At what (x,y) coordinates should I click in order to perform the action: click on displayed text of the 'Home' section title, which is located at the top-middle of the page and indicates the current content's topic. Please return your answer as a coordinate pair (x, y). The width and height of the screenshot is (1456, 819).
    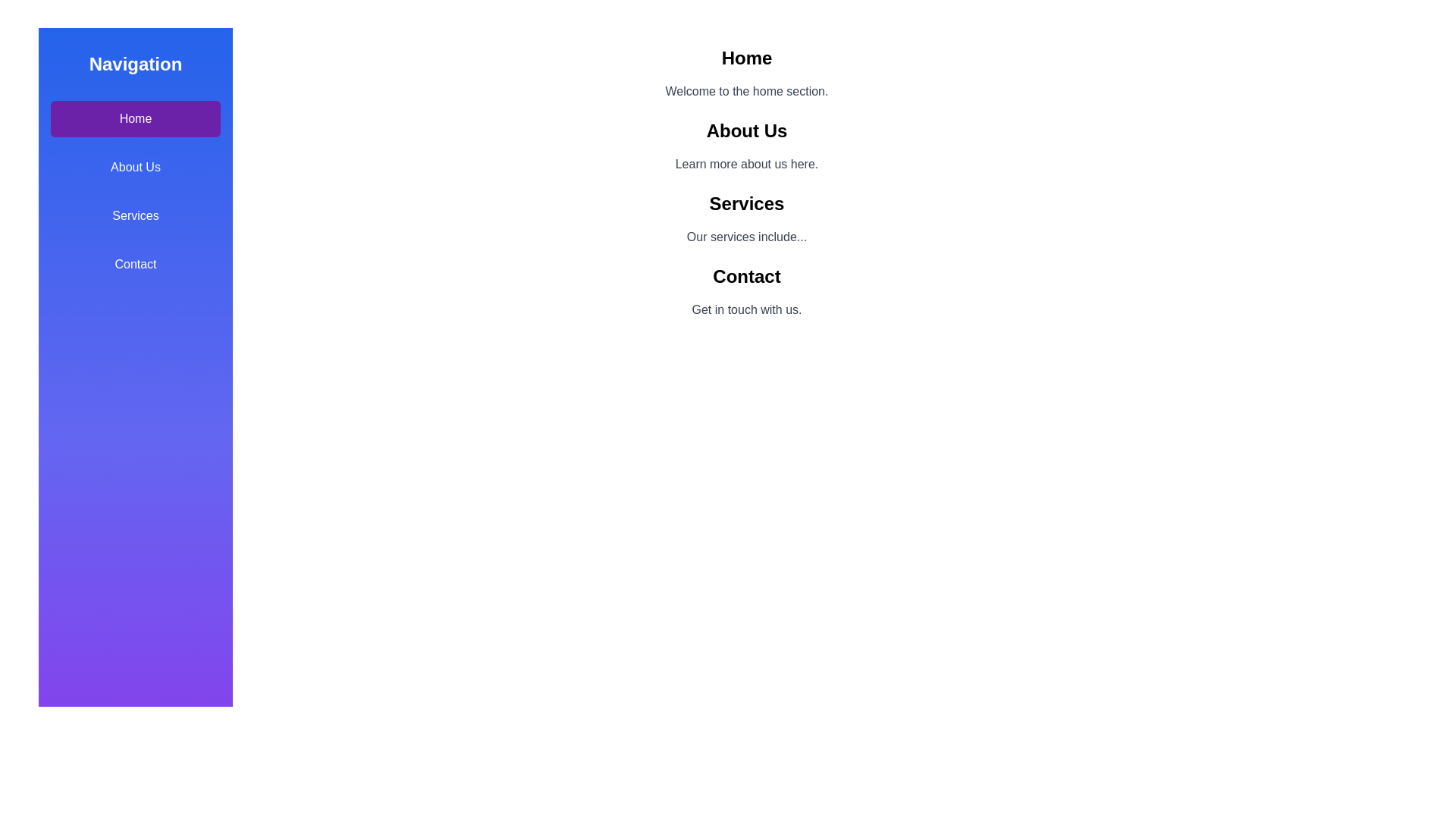
    Looking at the image, I should click on (746, 58).